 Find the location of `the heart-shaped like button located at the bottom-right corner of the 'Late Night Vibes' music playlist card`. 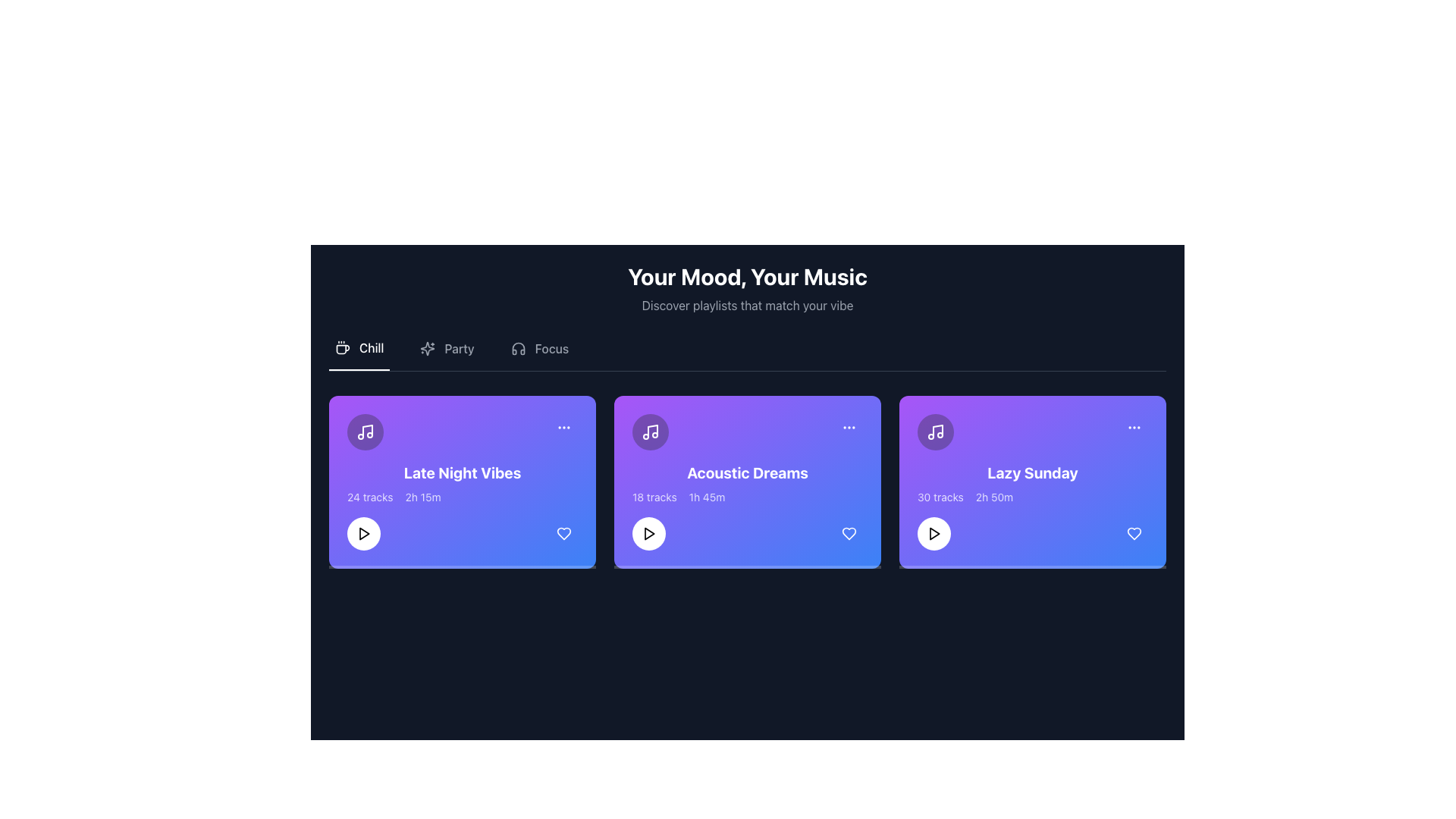

the heart-shaped like button located at the bottom-right corner of the 'Late Night Vibes' music playlist card is located at coordinates (563, 533).